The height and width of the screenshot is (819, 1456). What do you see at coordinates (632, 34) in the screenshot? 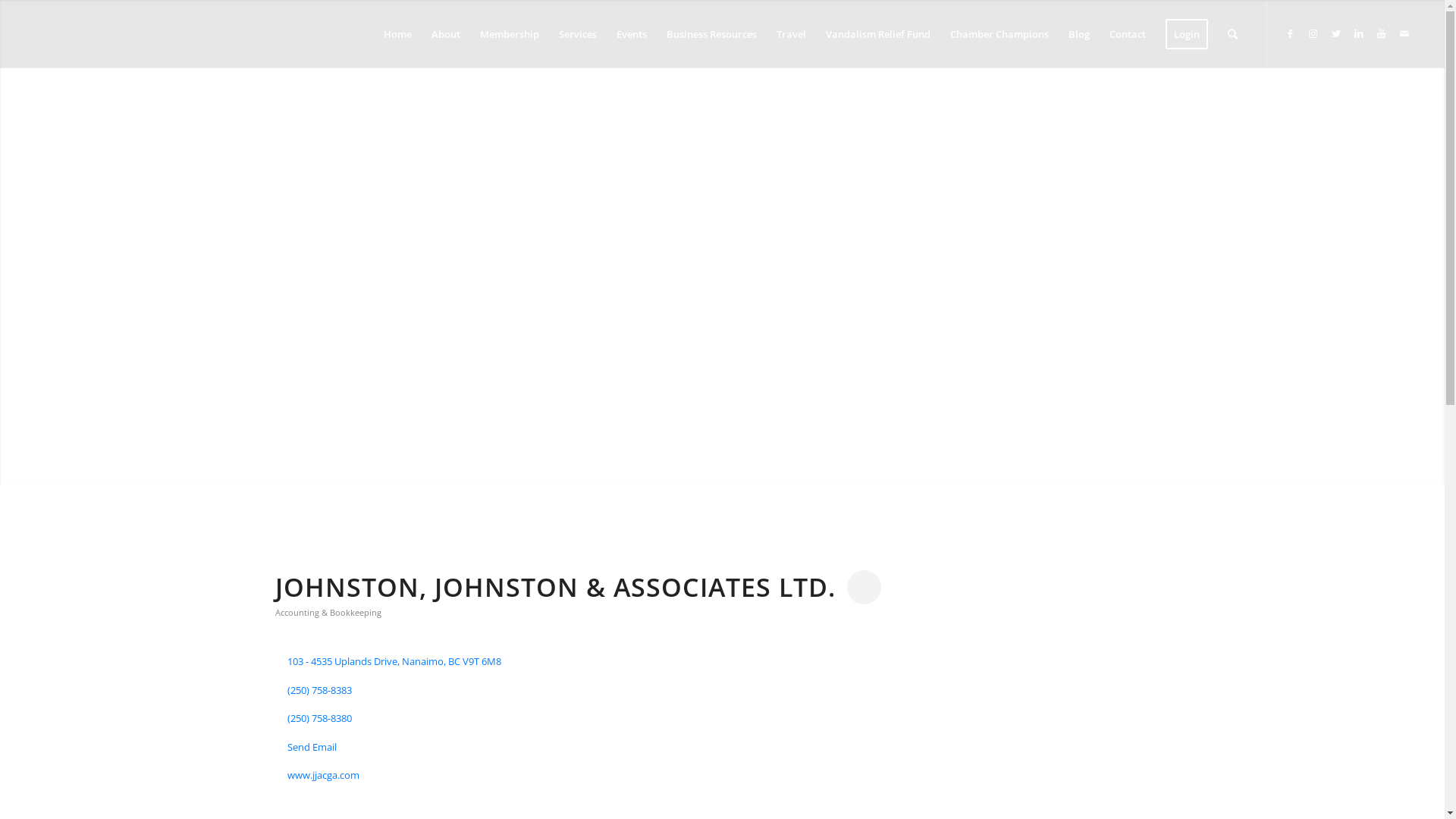
I see `'Events'` at bounding box center [632, 34].